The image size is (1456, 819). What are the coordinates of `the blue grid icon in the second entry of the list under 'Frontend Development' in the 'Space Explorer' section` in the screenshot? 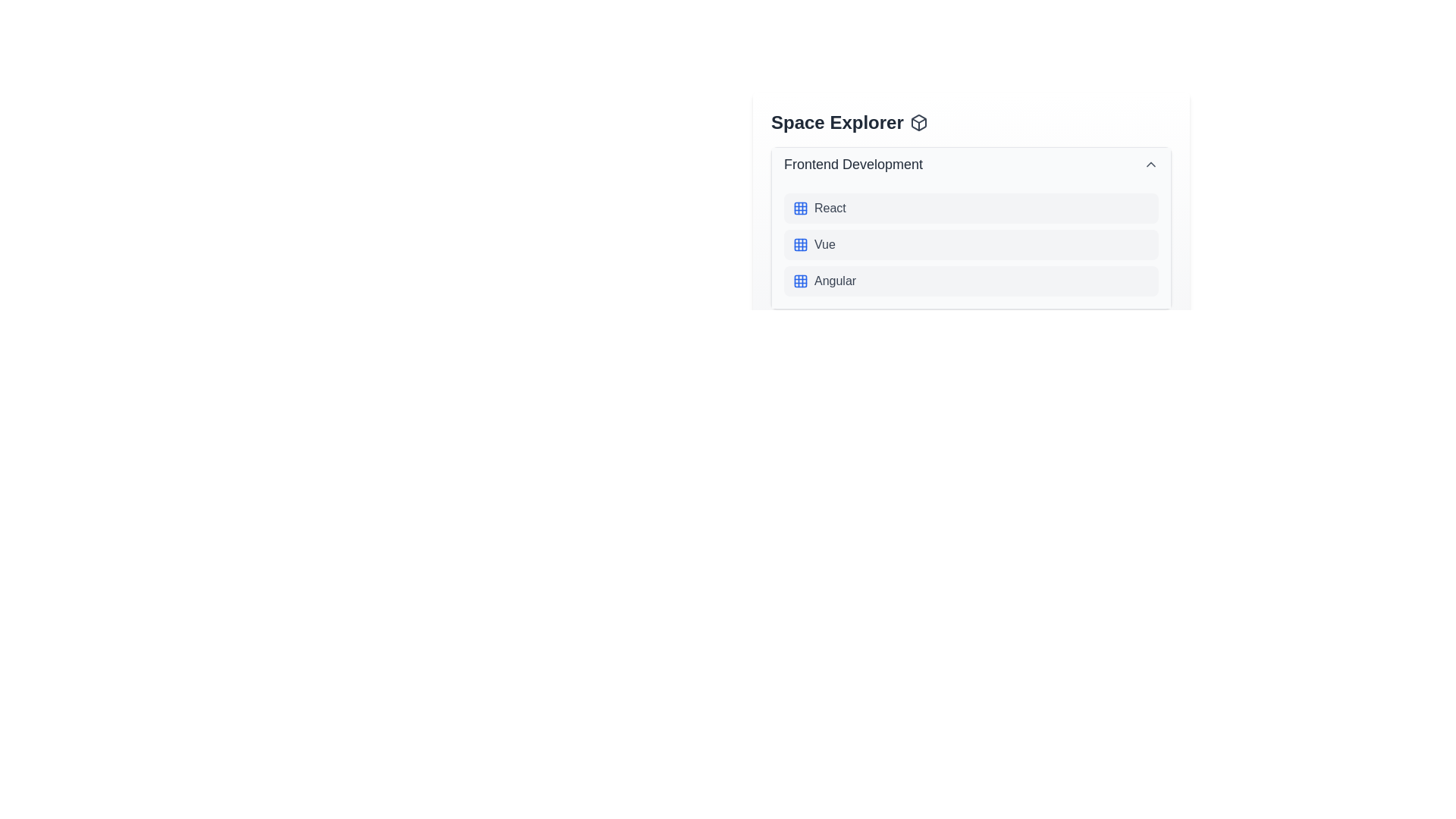 It's located at (800, 244).